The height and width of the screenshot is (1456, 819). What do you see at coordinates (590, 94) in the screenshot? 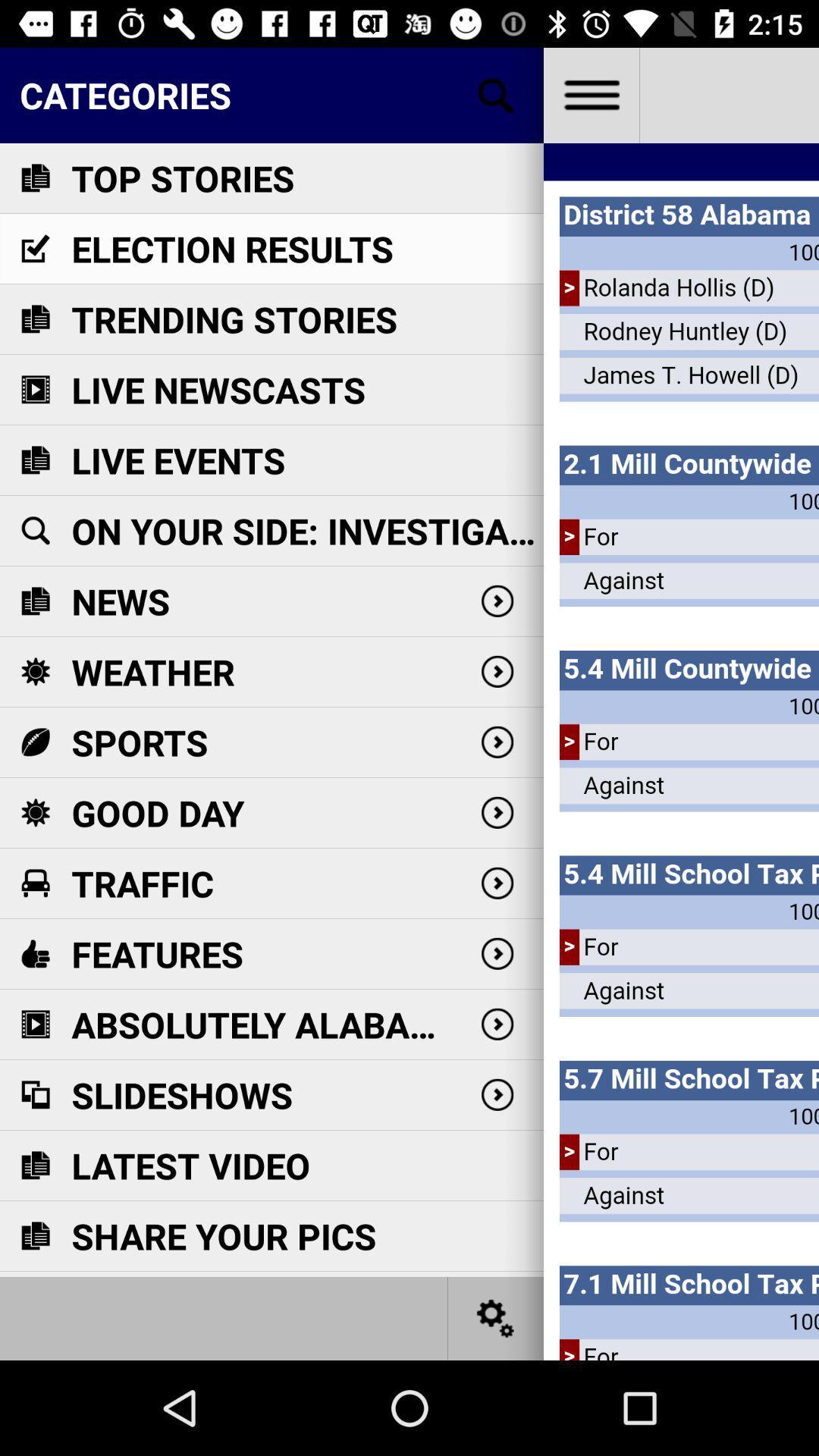
I see `menu icon` at bounding box center [590, 94].